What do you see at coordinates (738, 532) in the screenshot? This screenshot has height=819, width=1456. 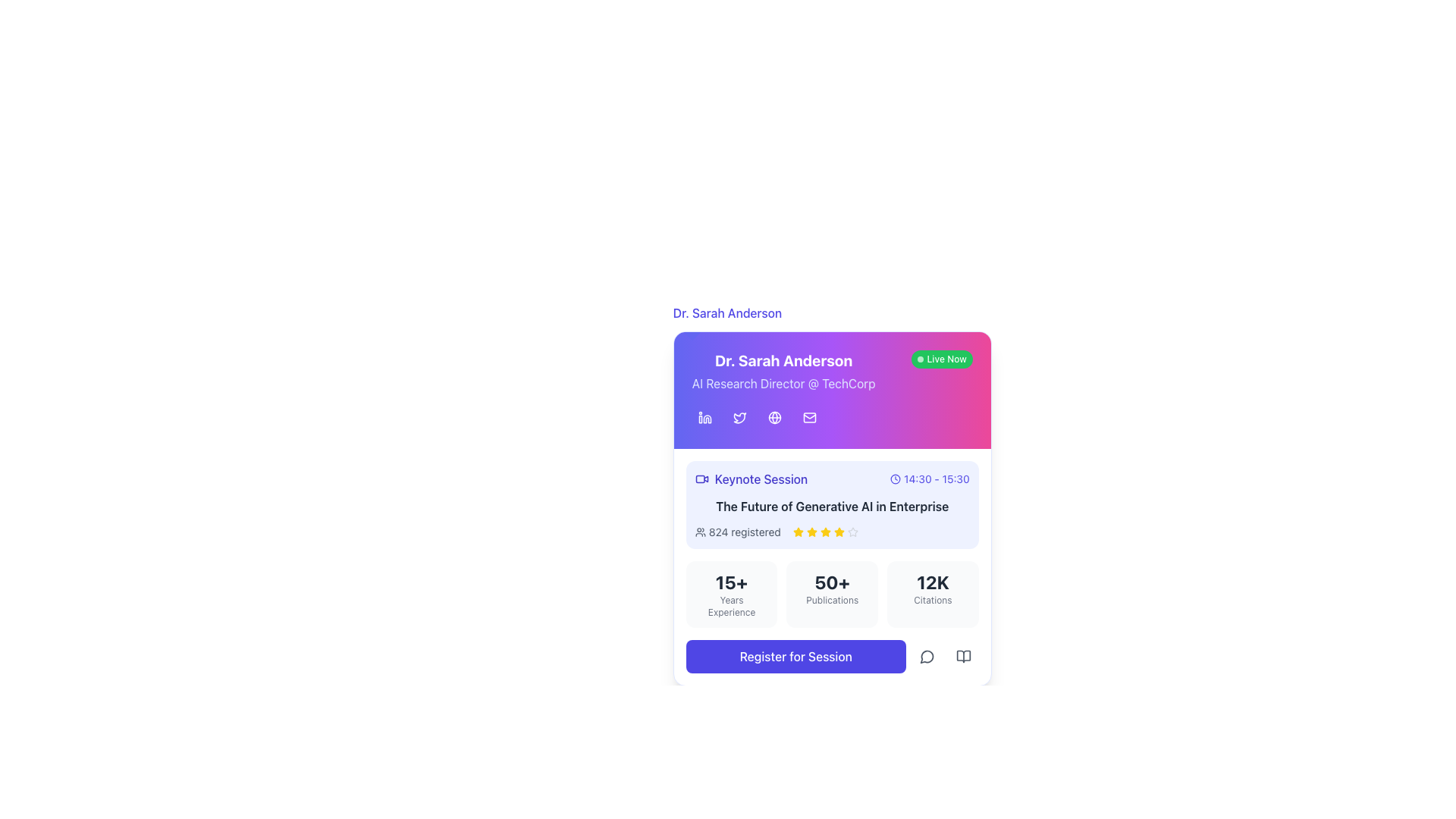 I see `the text label displaying the count of people registered for the session, which is located within the card UI below the session title and time, to the left of the star rating icons` at bounding box center [738, 532].